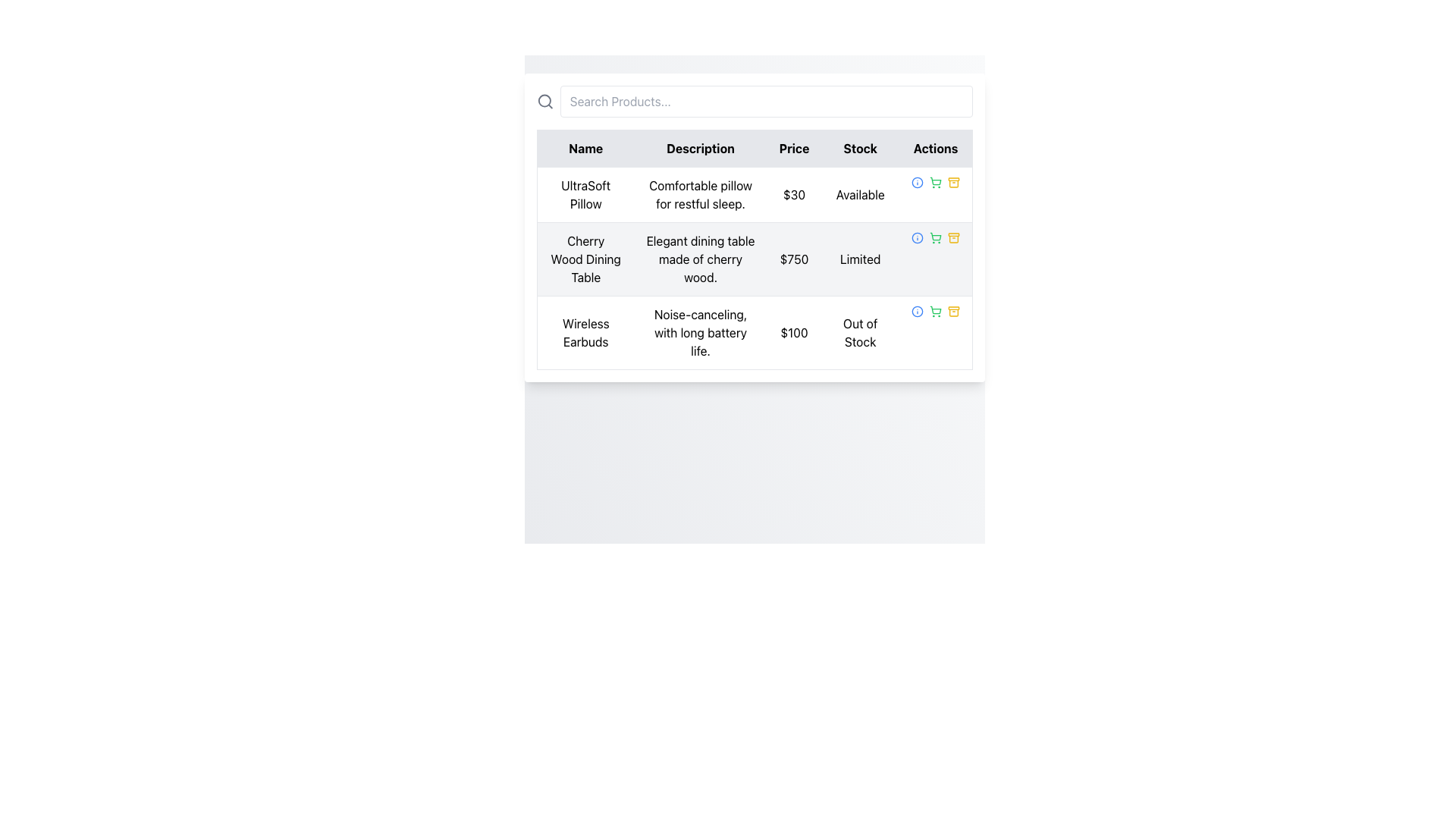 The image size is (1456, 819). I want to click on the descriptive text element for the 'Cherry Wood Dining Table' located in the second row and second column of the product listing table under the 'Description' header, so click(700, 259).